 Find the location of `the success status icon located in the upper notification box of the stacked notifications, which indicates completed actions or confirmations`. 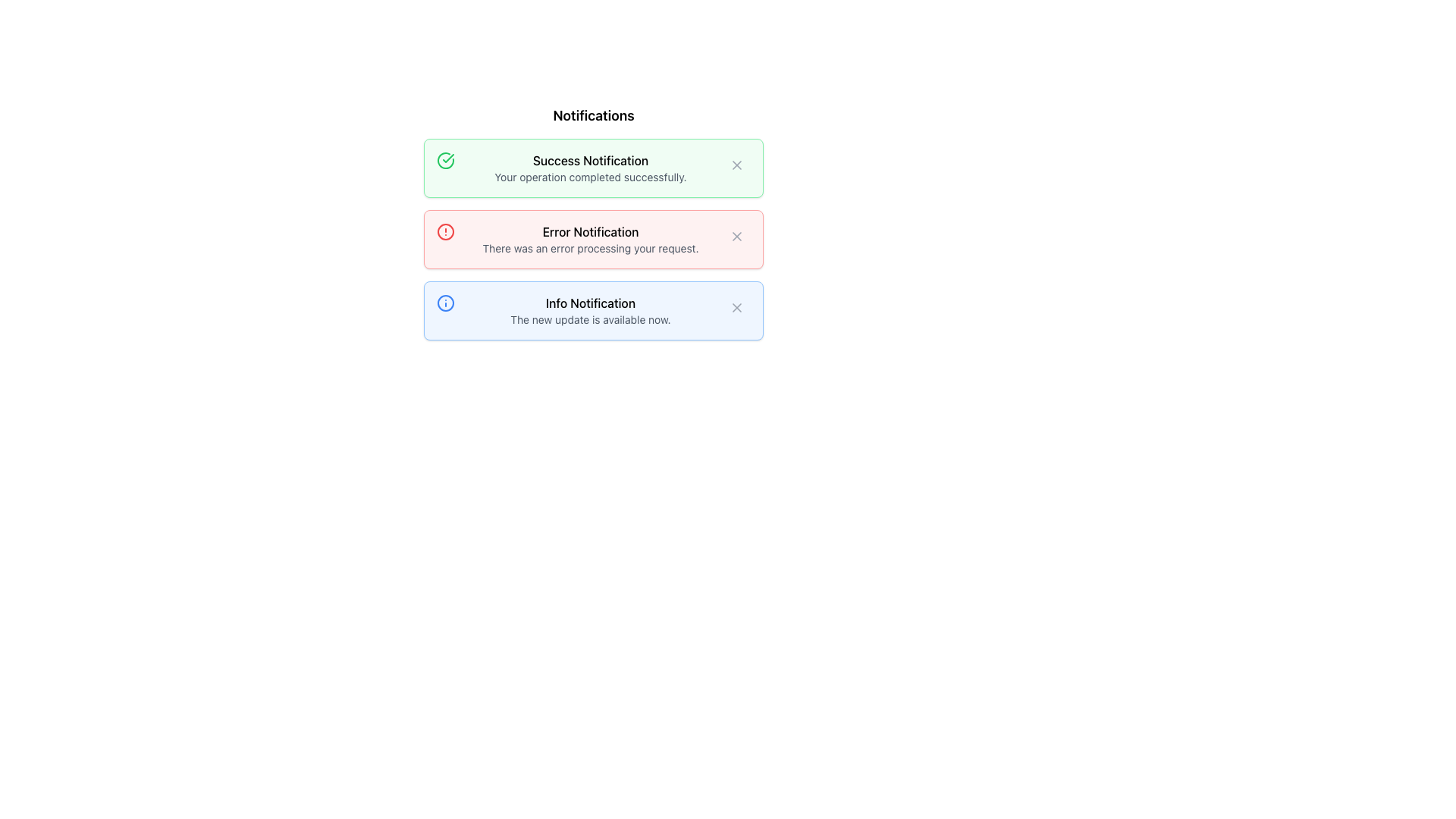

the success status icon located in the upper notification box of the stacked notifications, which indicates completed actions or confirmations is located at coordinates (445, 161).